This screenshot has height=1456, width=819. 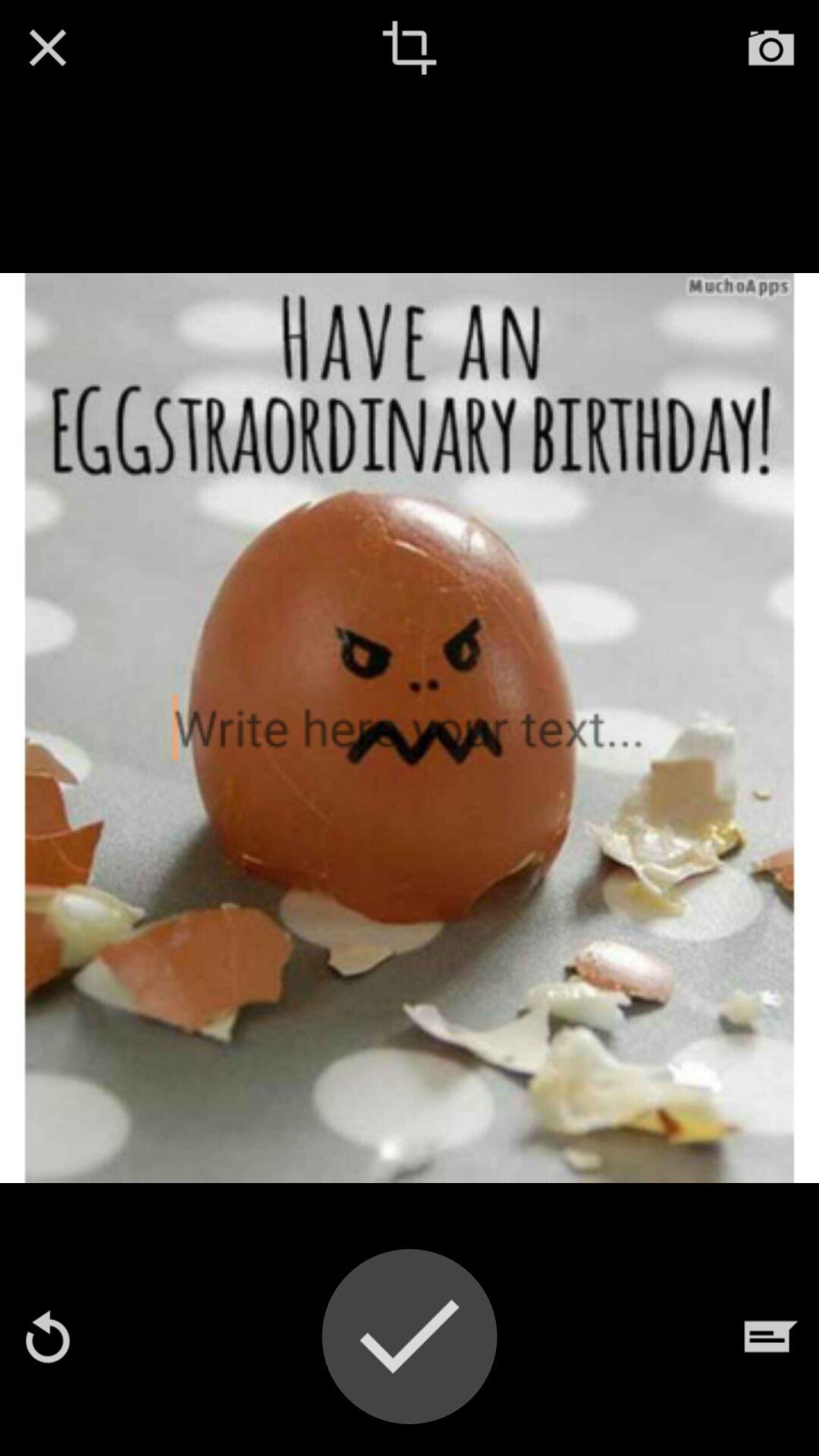 What do you see at coordinates (771, 1336) in the screenshot?
I see `the chat icon` at bounding box center [771, 1336].